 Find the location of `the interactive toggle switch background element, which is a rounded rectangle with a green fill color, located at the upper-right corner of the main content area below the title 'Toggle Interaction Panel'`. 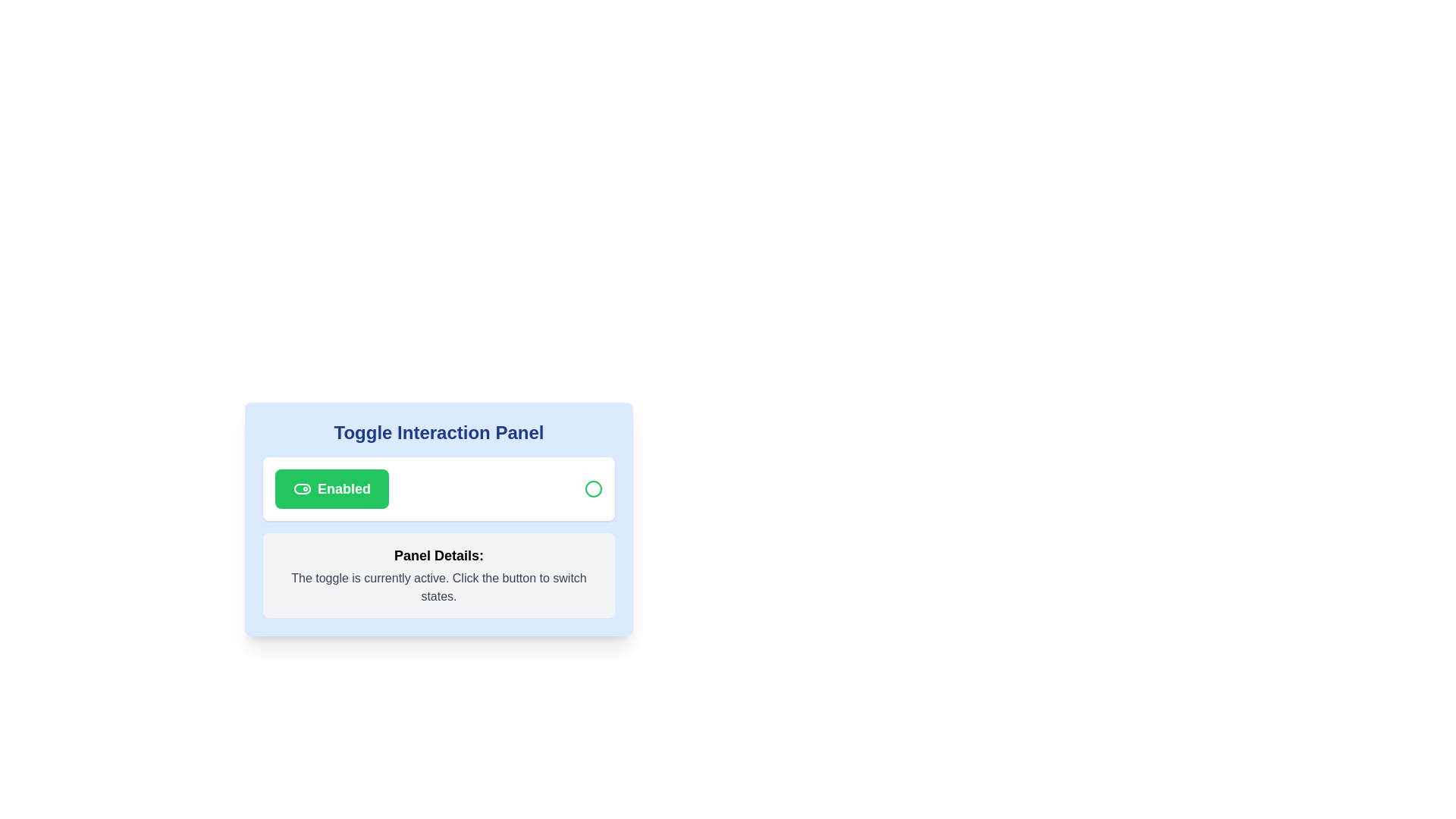

the interactive toggle switch background element, which is a rounded rectangle with a green fill color, located at the upper-right corner of the main content area below the title 'Toggle Interaction Panel' is located at coordinates (302, 488).